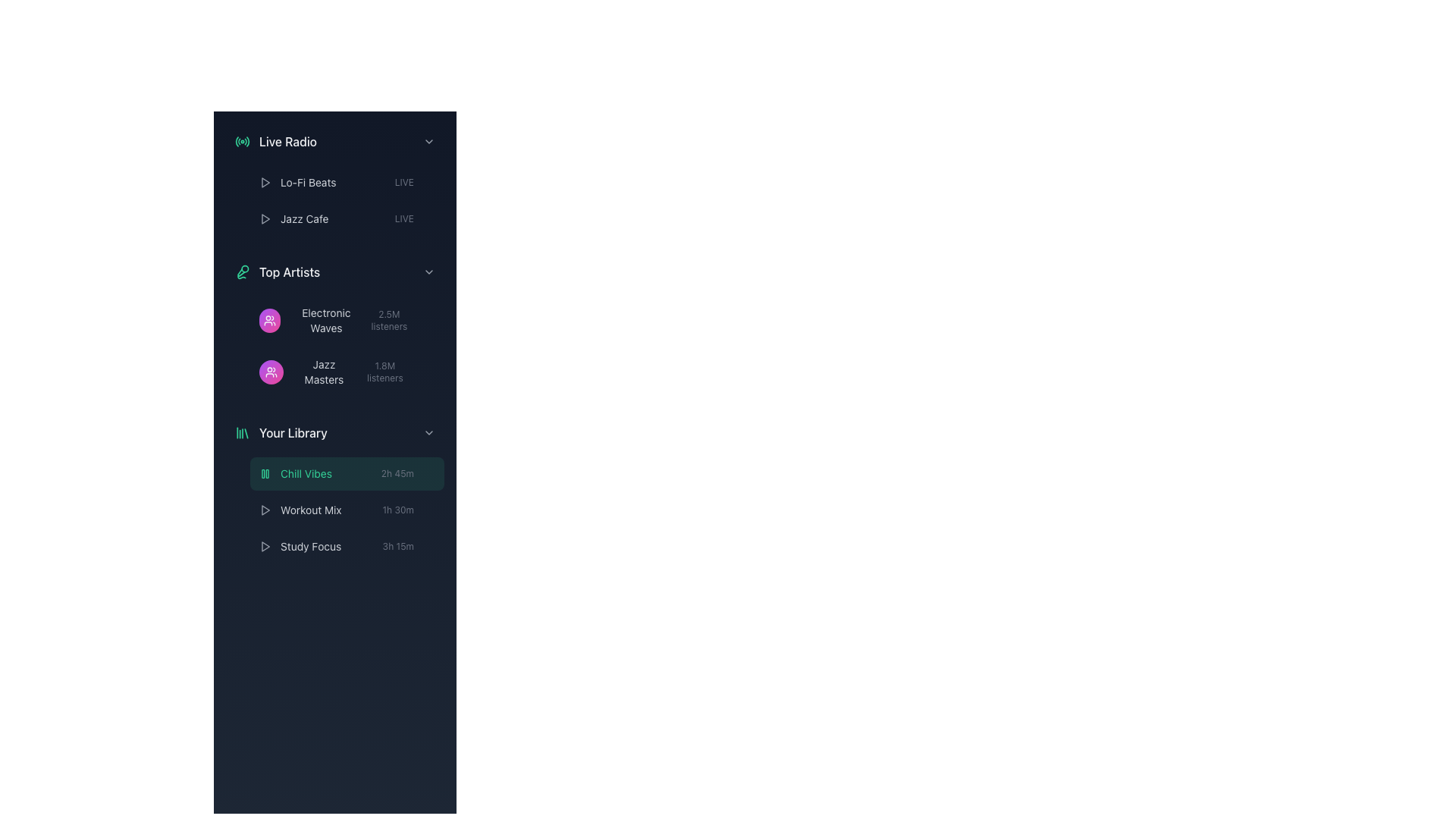 This screenshot has width=1456, height=819. I want to click on the right-hand rectangle of the 'pause' icon associated with the 'Chill Vibes' track in the 'Your Library' section, so click(267, 472).